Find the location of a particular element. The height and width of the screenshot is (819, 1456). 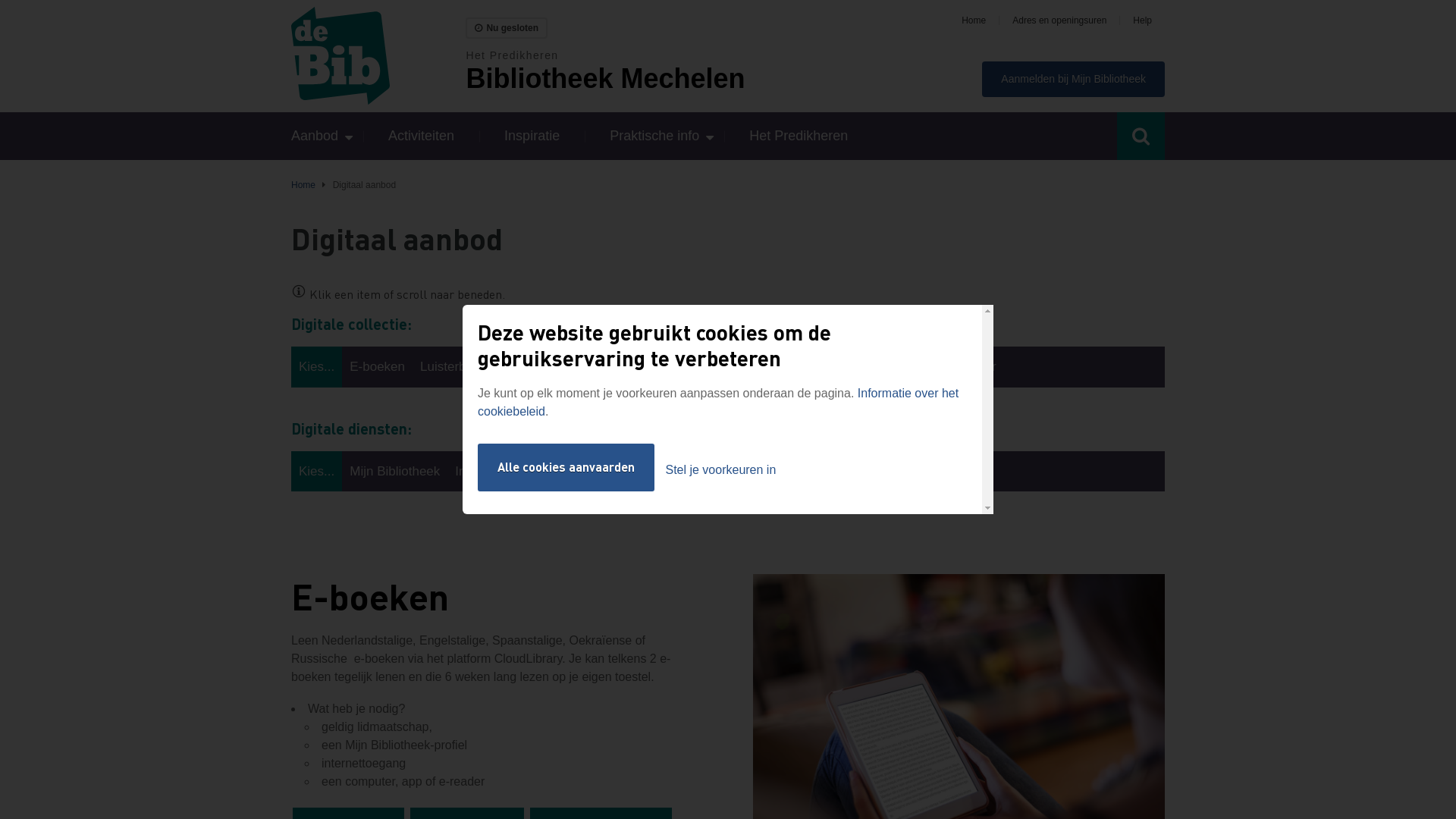

'Stel je voorkeuren in' is located at coordinates (720, 469).